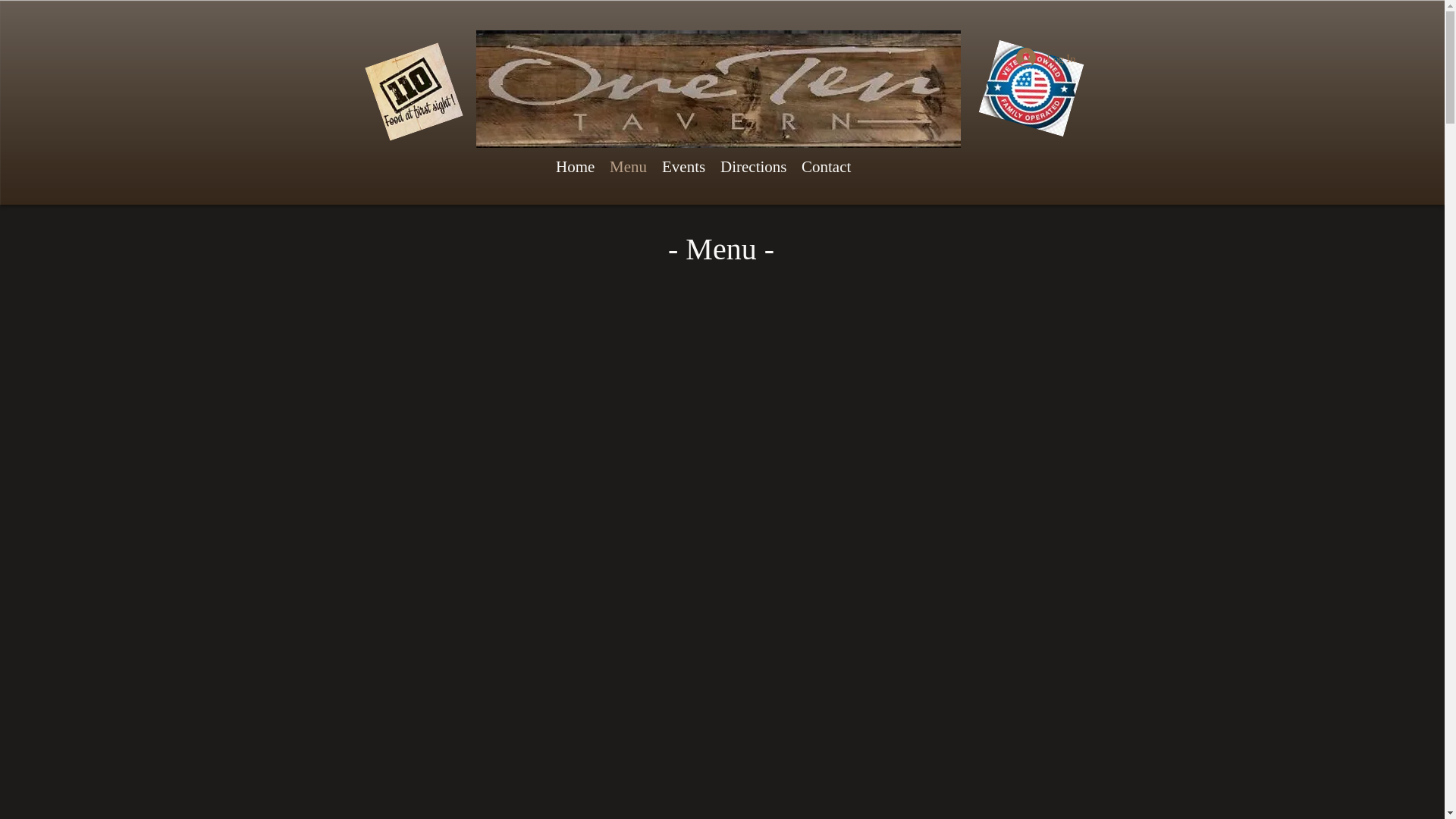 The height and width of the screenshot is (819, 1456). I want to click on 'Home', so click(574, 166).